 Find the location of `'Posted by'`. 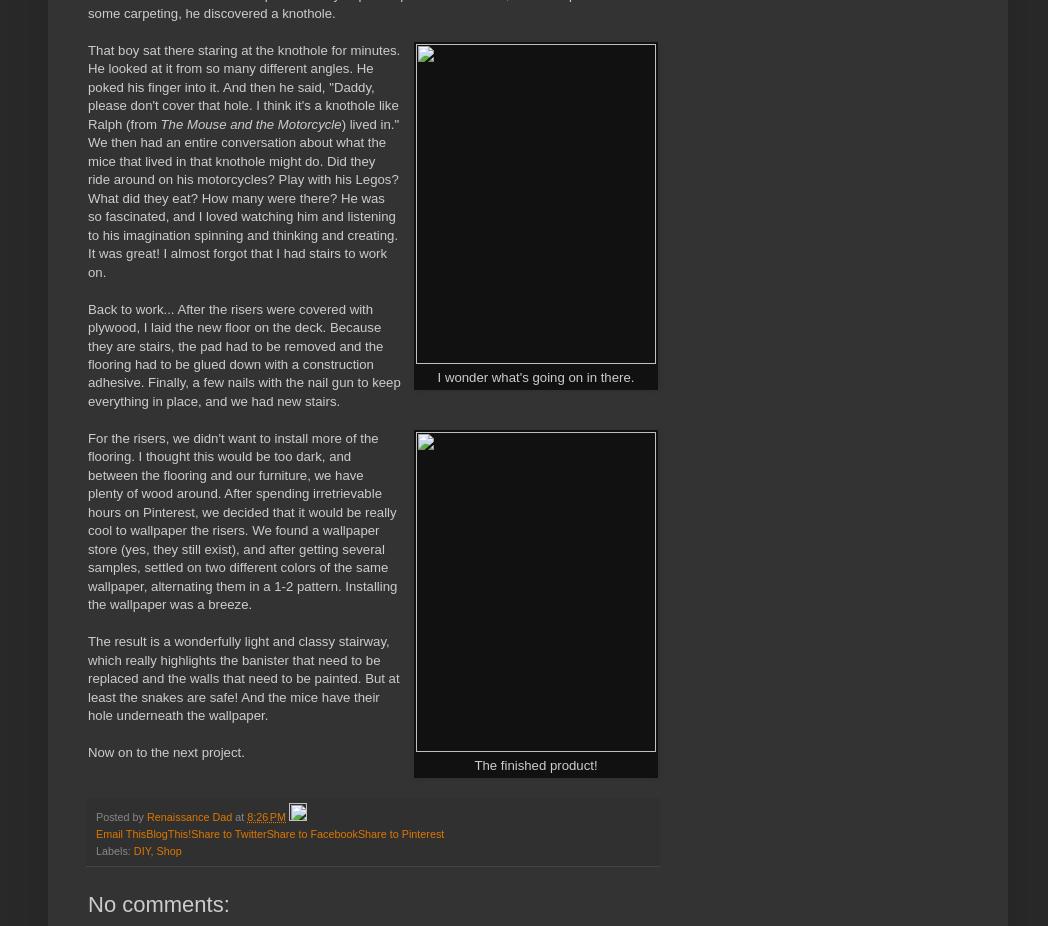

'Posted by' is located at coordinates (120, 815).